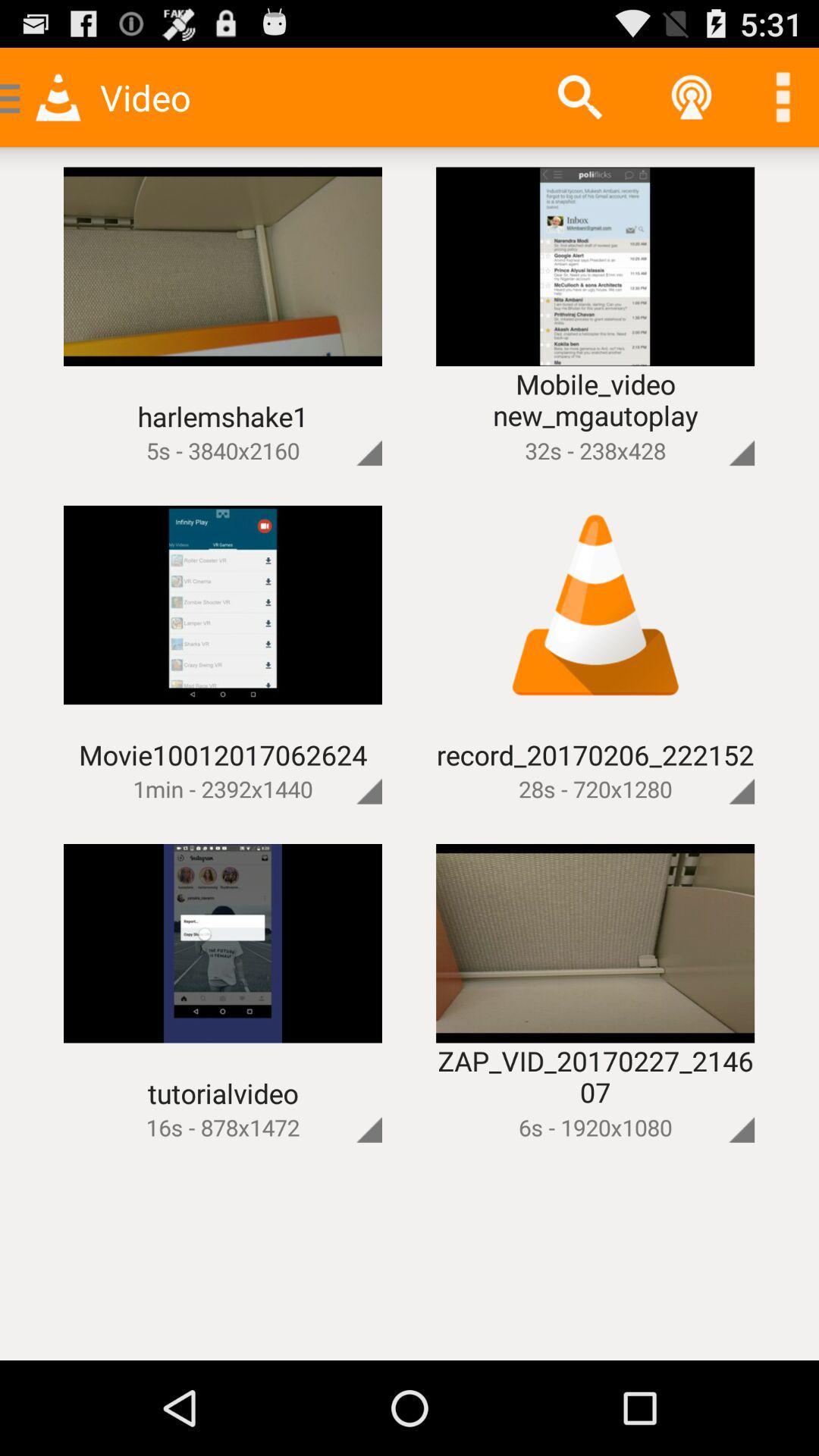 The image size is (819, 1456). Describe the element at coordinates (579, 96) in the screenshot. I see `the item next to the video app` at that location.